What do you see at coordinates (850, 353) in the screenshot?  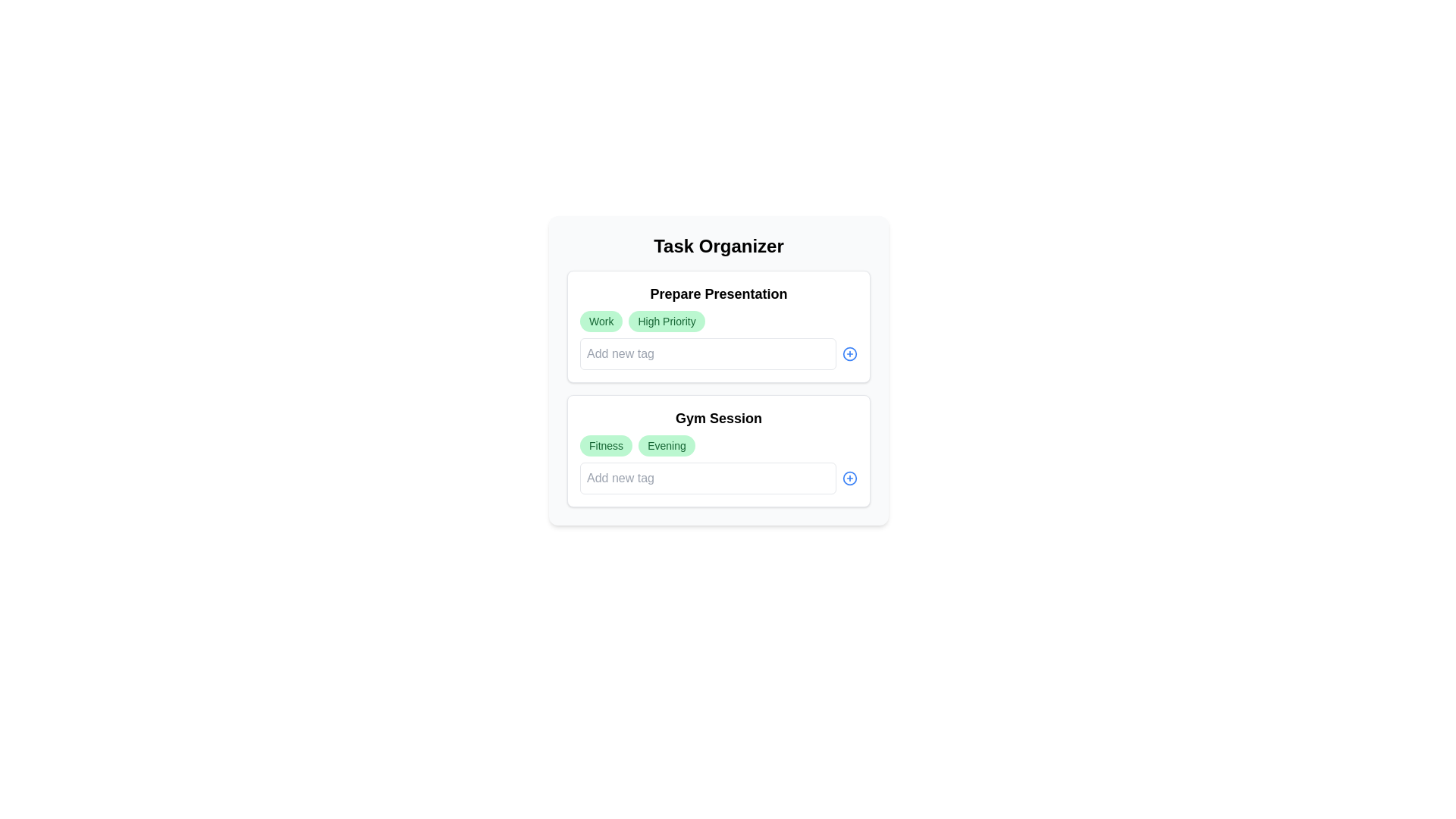 I see `plus icon button to add a new tag for the 'Prepare Presentation' task` at bounding box center [850, 353].